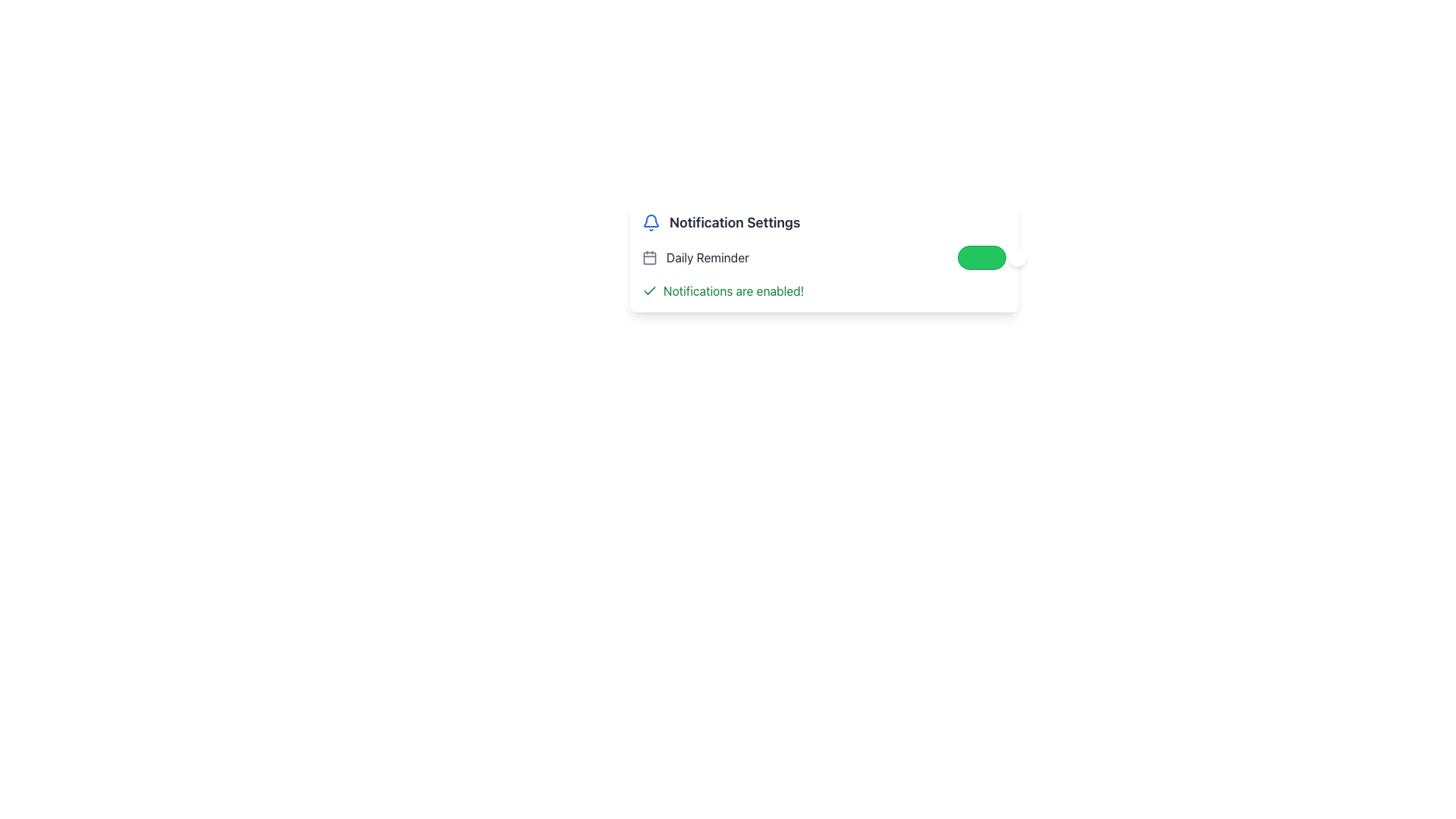 This screenshot has width=1456, height=819. What do you see at coordinates (650, 256) in the screenshot?
I see `the calendar icon located to the left of the 'Daily Reminder' text under 'Notification Settings'` at bounding box center [650, 256].